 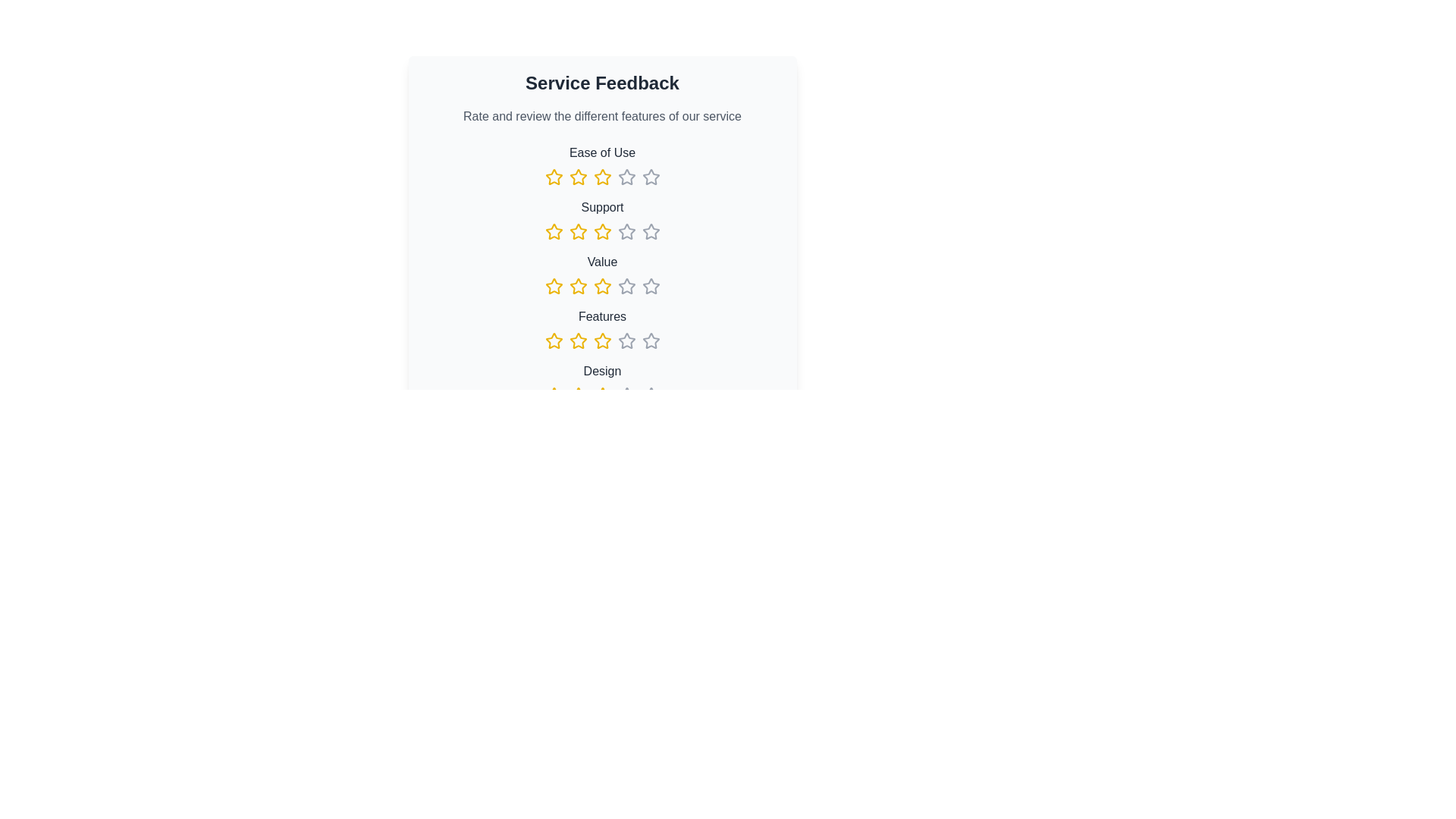 What do you see at coordinates (651, 176) in the screenshot?
I see `the fourth star in the five-star rating component under 'Ease of Use'` at bounding box center [651, 176].